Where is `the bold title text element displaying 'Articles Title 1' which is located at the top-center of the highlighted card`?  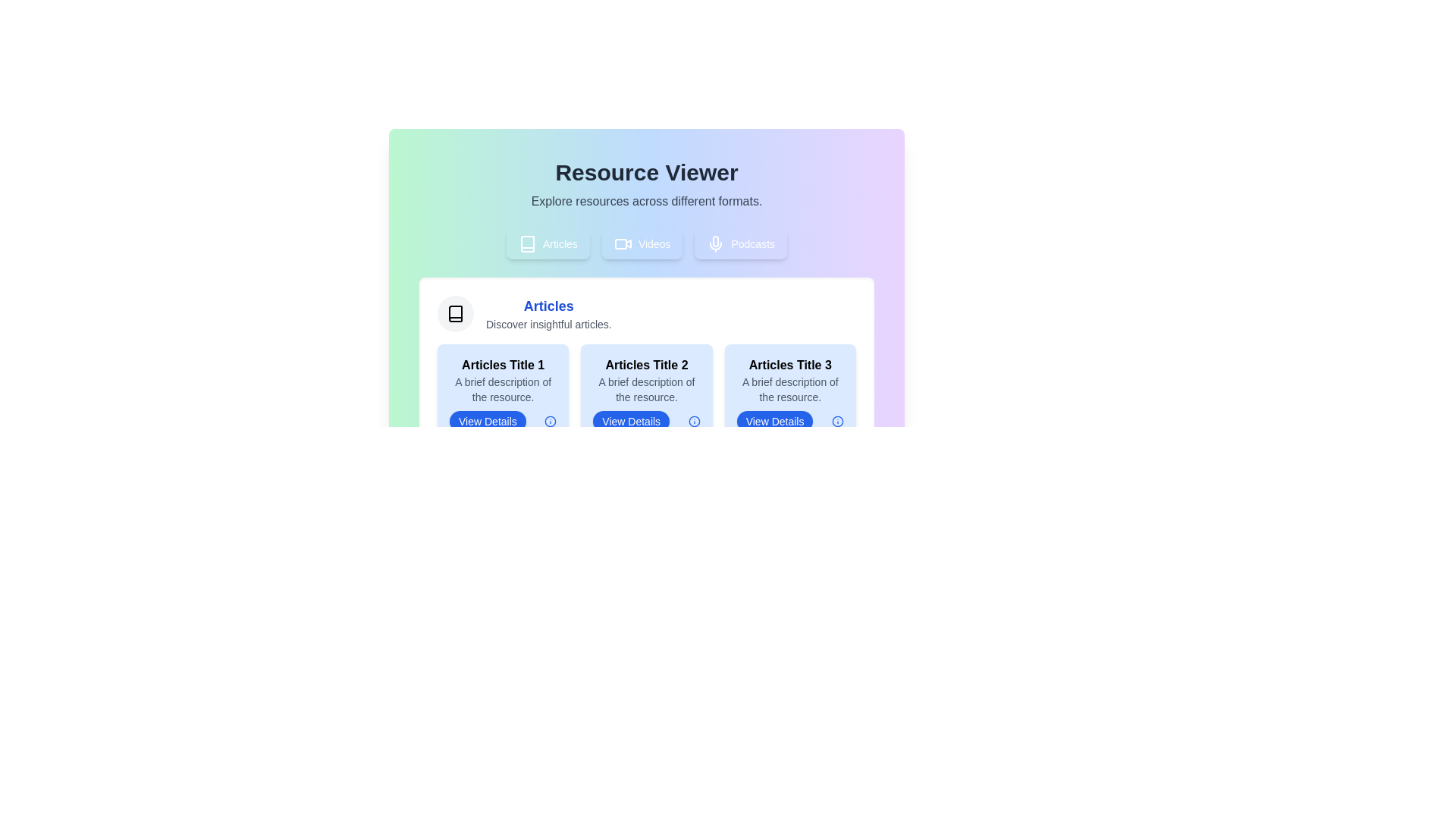 the bold title text element displaying 'Articles Title 1' which is located at the top-center of the highlighted card is located at coordinates (503, 366).